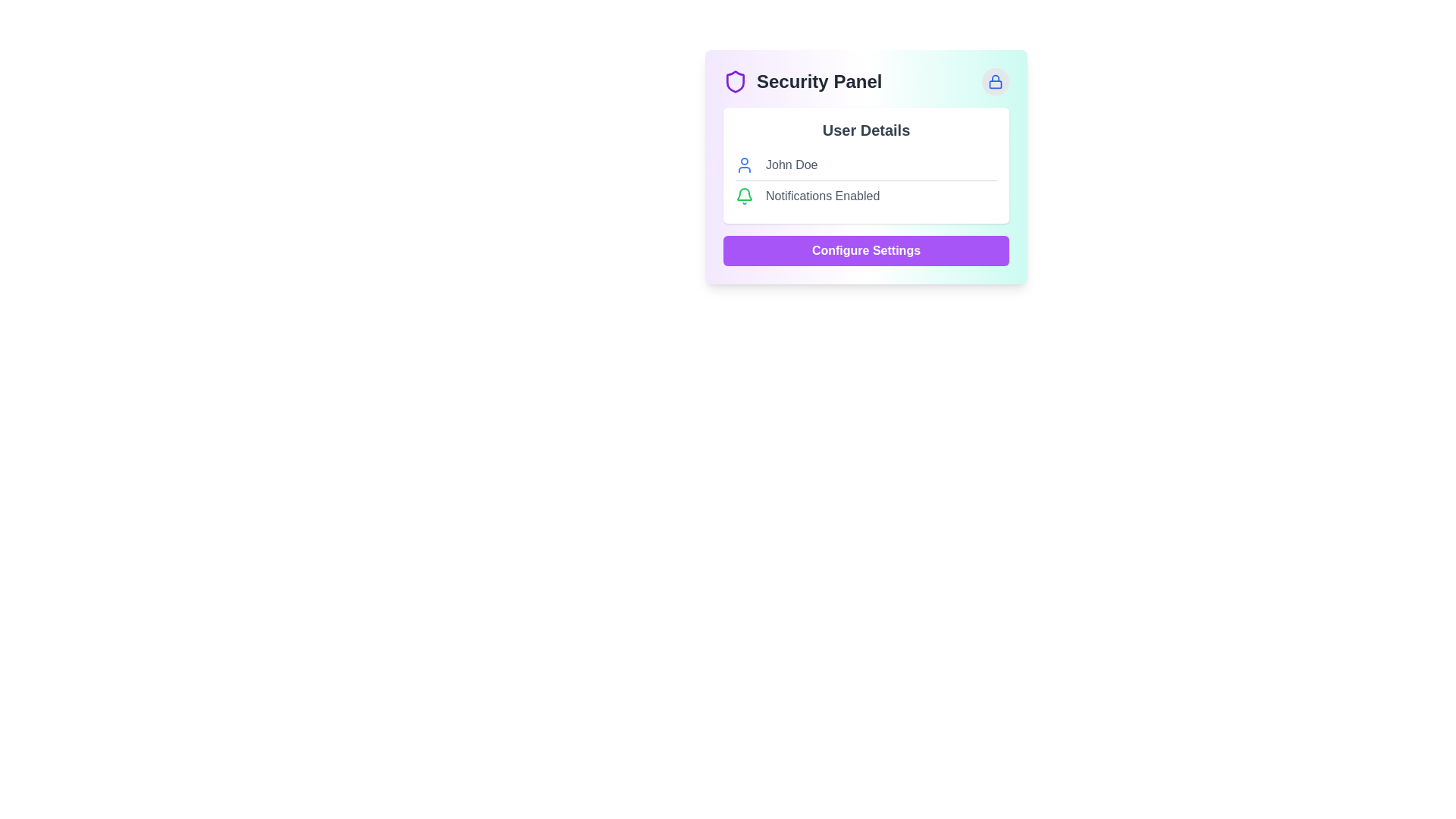 The height and width of the screenshot is (819, 1456). I want to click on the green vector graphic of the notification icon shaped like a bell, located in the 'Security Panel' next to the 'Notifications Enabled' text under 'User Details', so click(745, 193).